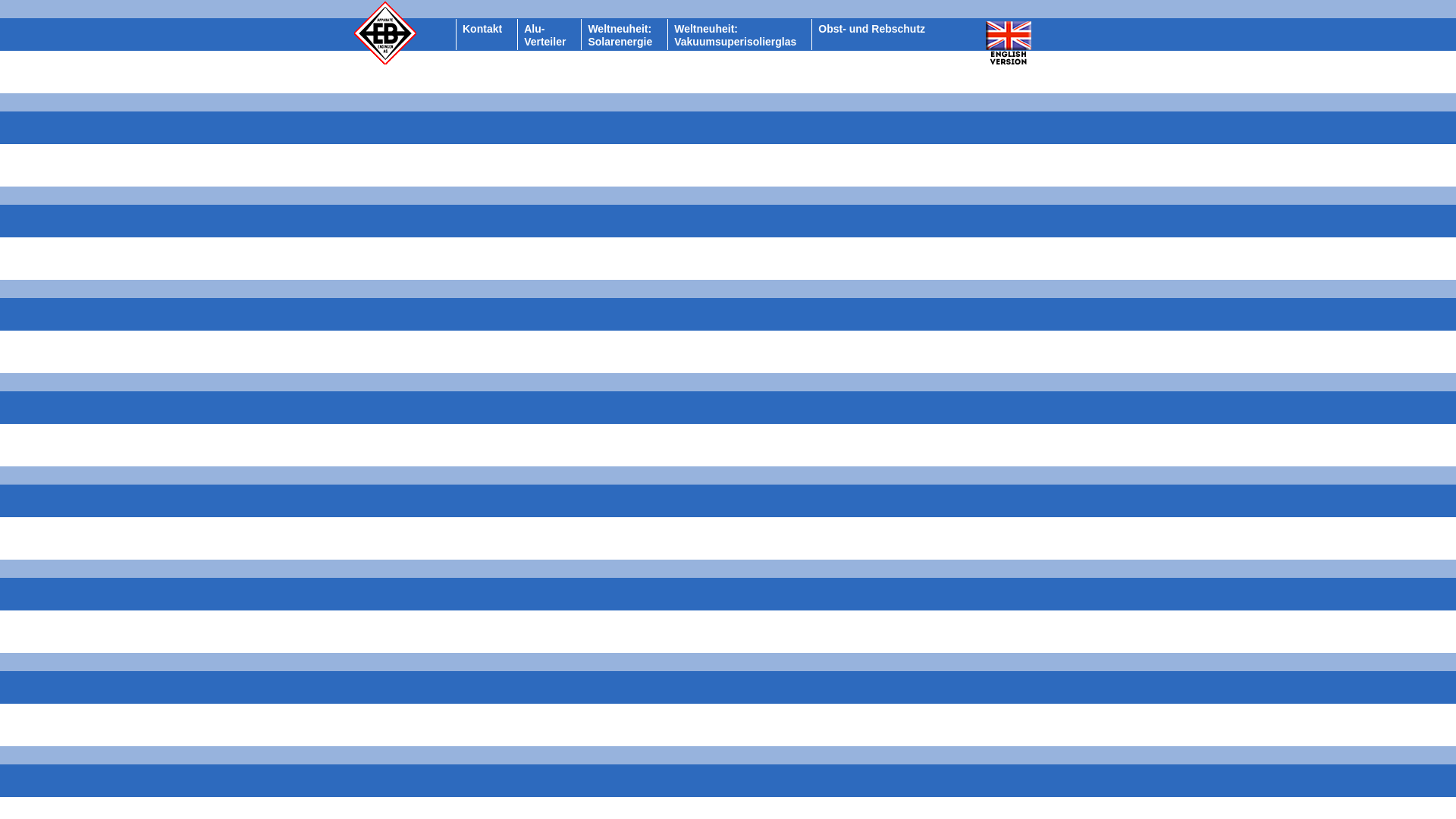 Image resolution: width=1456 pixels, height=819 pixels. What do you see at coordinates (871, 29) in the screenshot?
I see `'Obst- und Rebschutz'` at bounding box center [871, 29].